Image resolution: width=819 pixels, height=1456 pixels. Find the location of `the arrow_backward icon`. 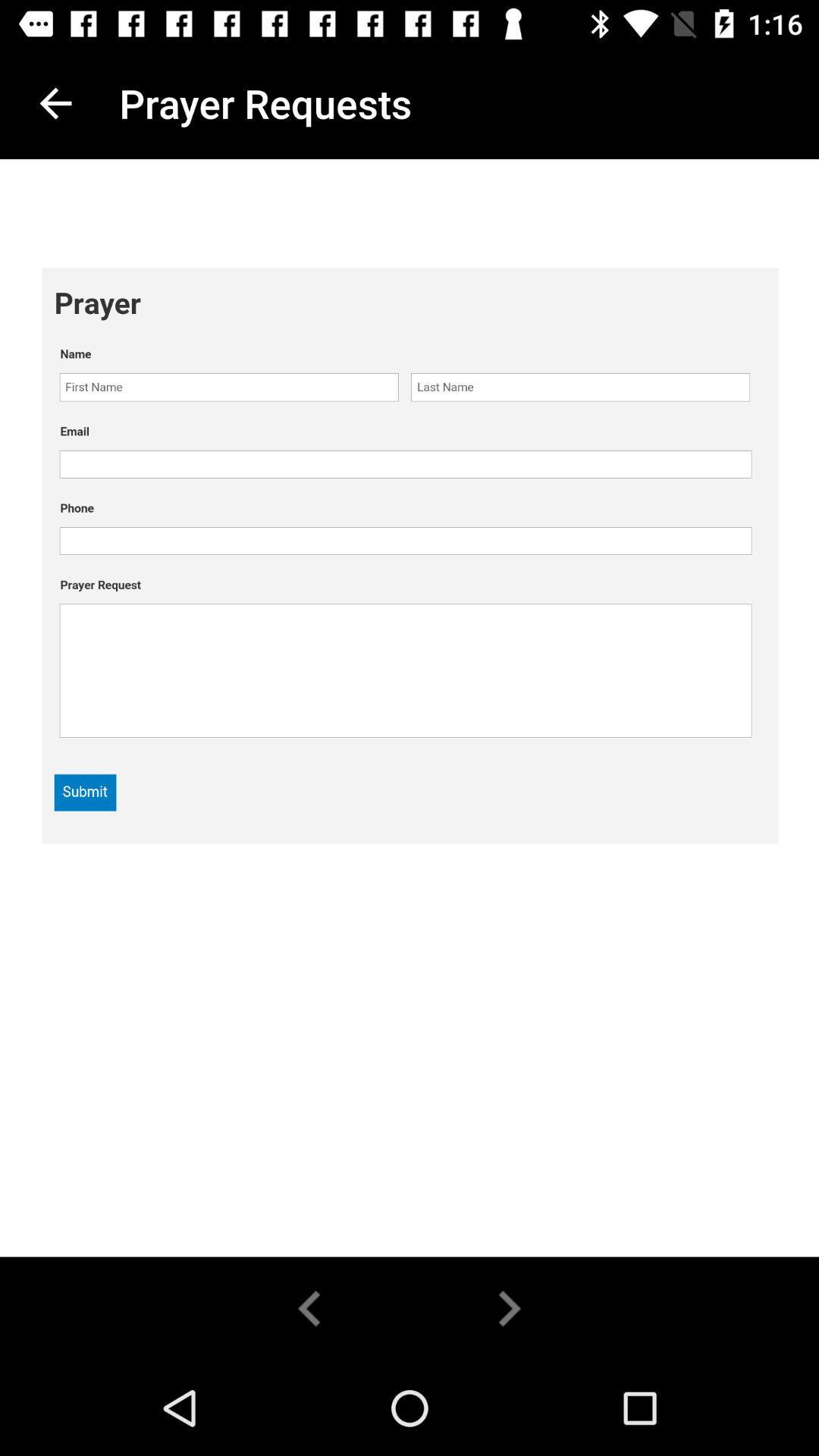

the arrow_backward icon is located at coordinates (309, 1307).